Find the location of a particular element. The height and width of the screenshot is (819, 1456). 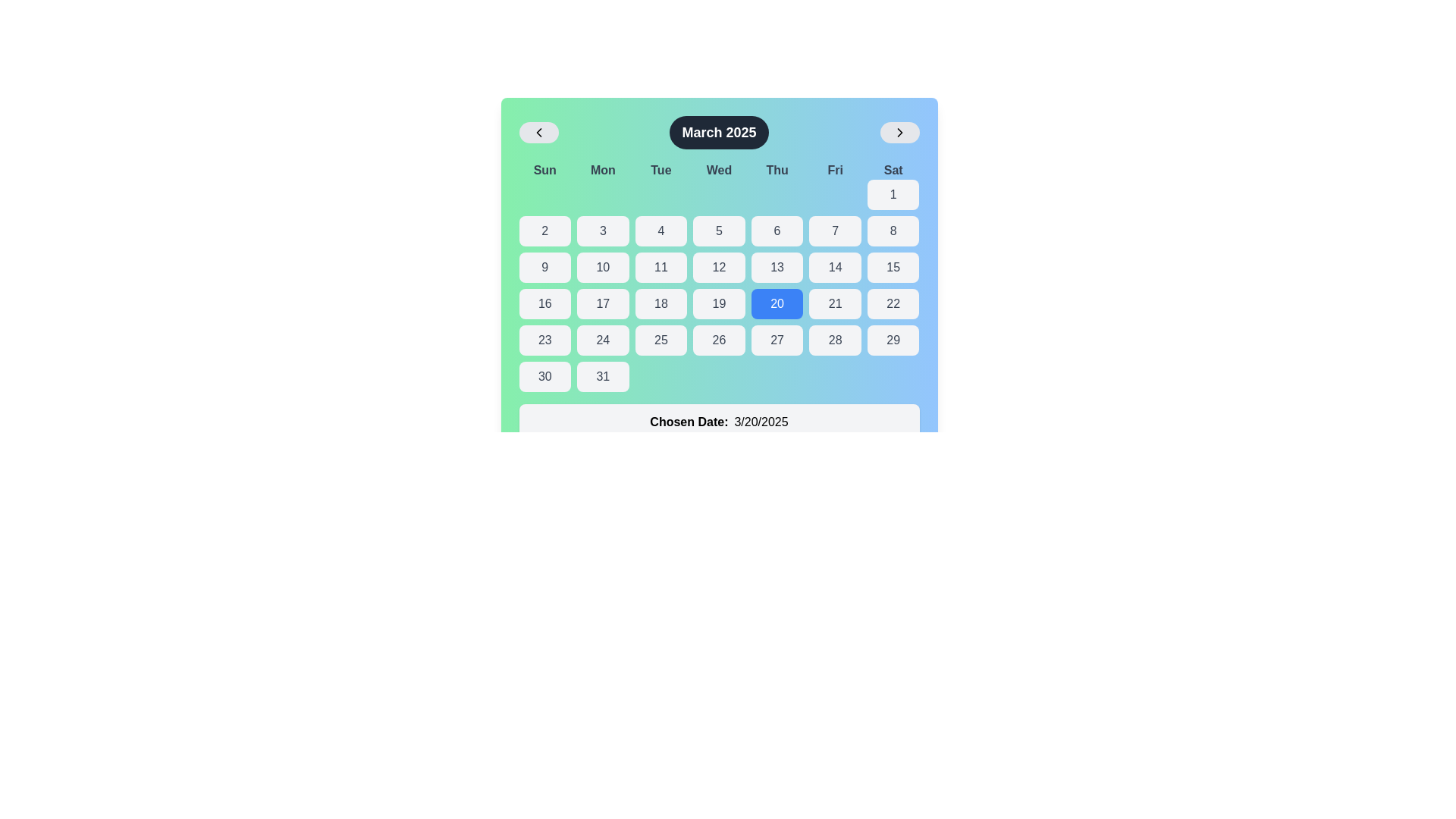

the rounded rectangular button labeled '15' located is located at coordinates (893, 267).